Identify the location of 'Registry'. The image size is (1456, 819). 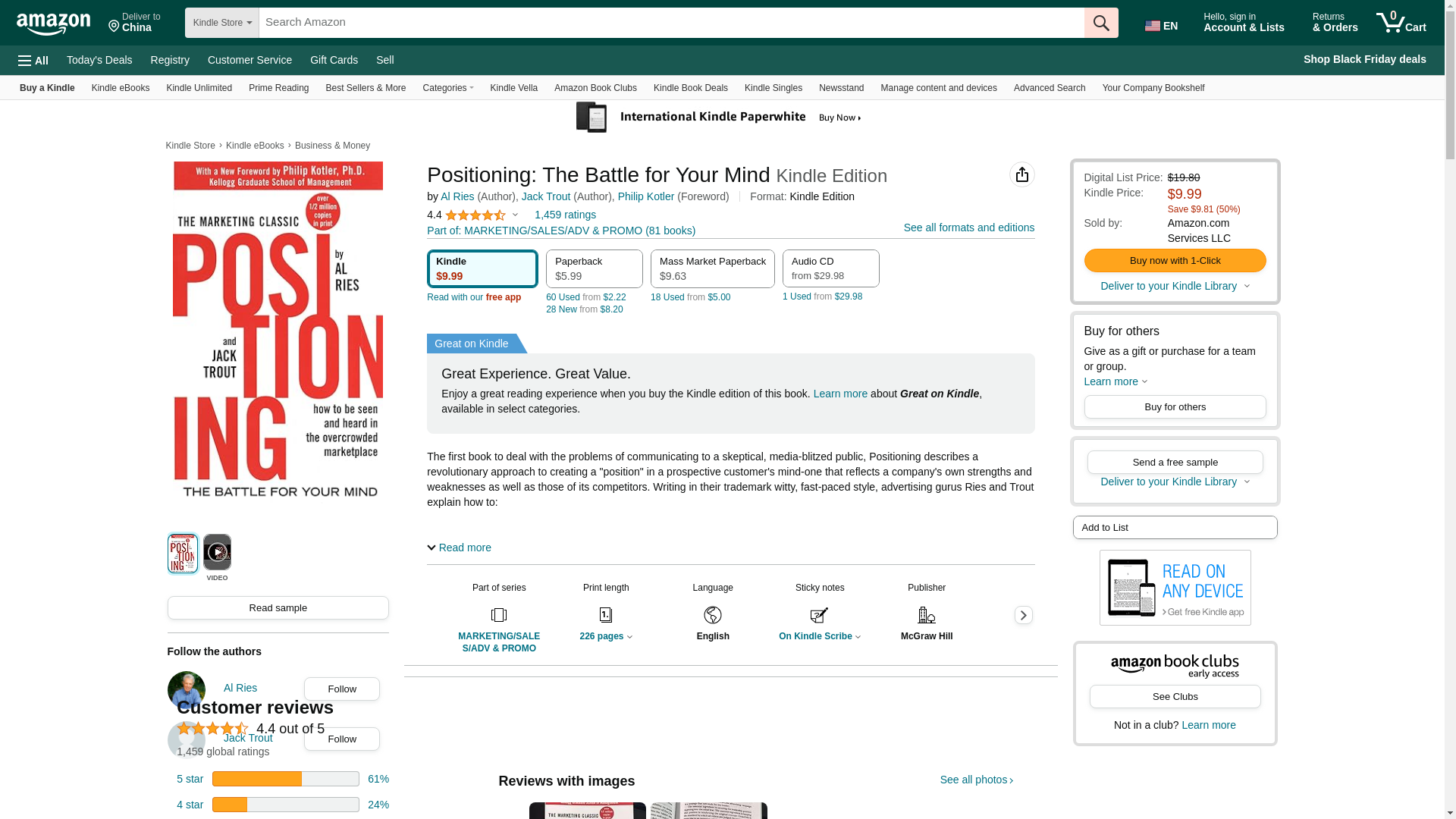
(142, 58).